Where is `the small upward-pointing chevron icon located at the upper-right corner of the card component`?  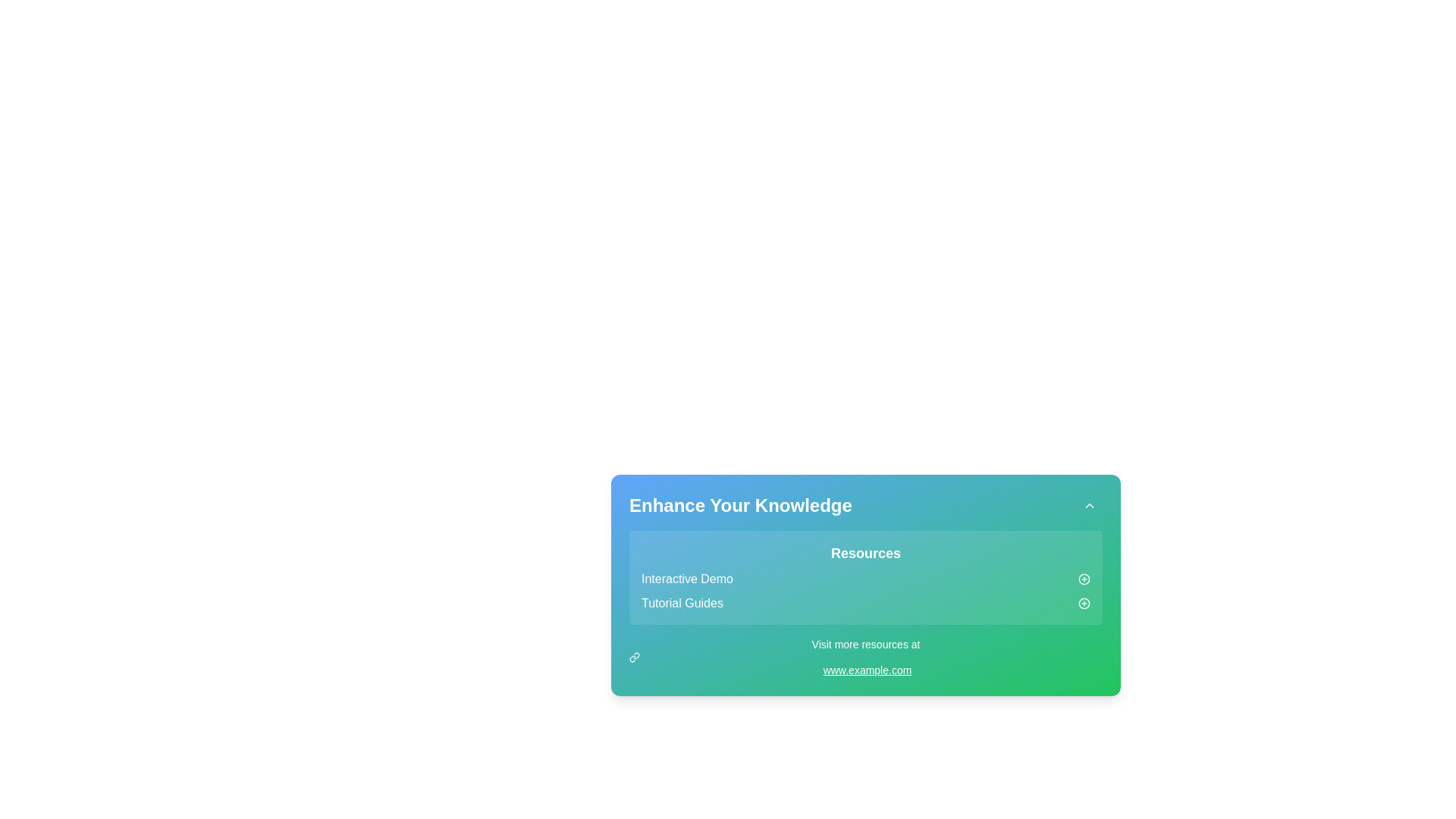 the small upward-pointing chevron icon located at the upper-right corner of the card component is located at coordinates (1088, 506).